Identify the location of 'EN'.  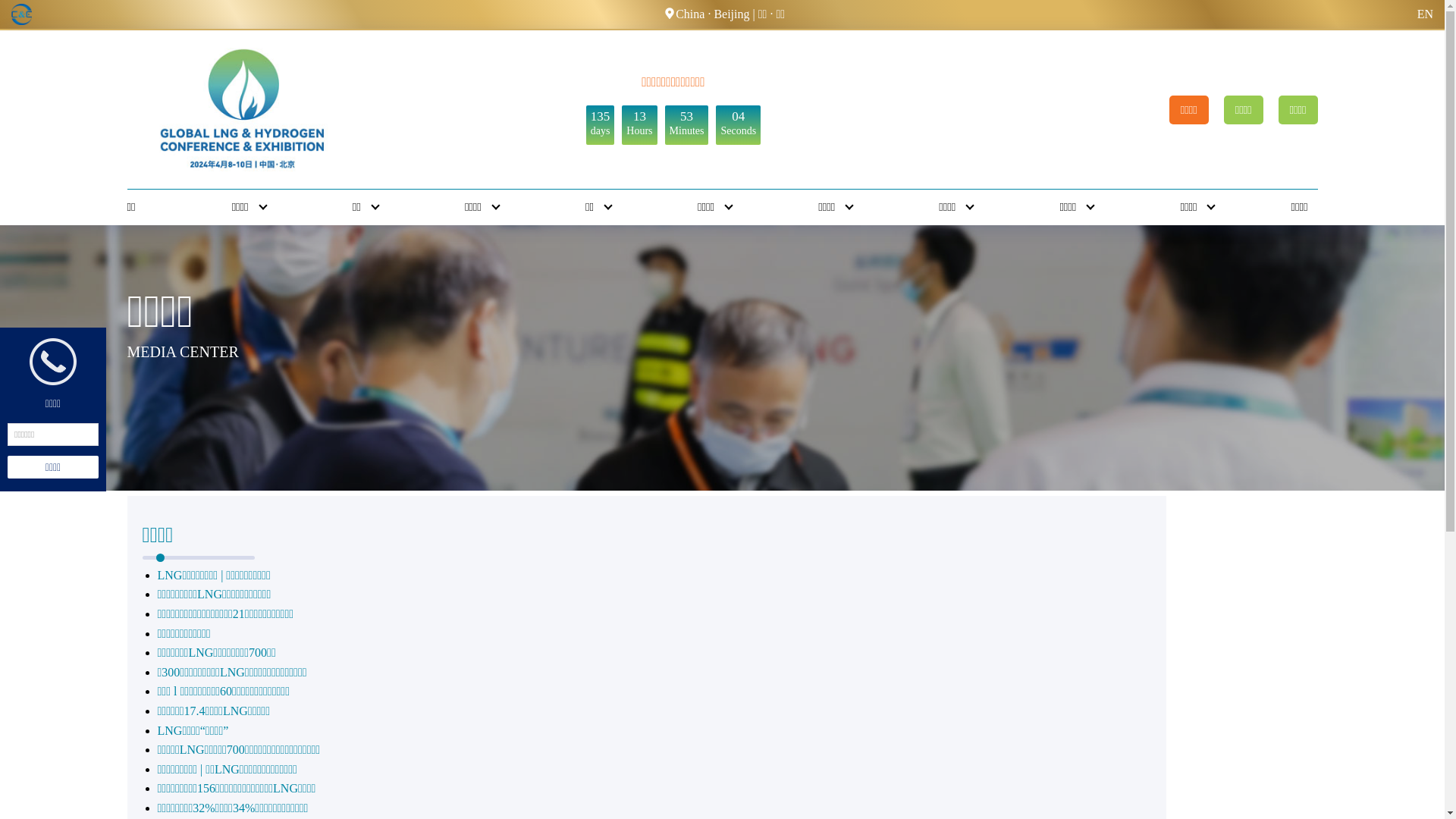
(1424, 14).